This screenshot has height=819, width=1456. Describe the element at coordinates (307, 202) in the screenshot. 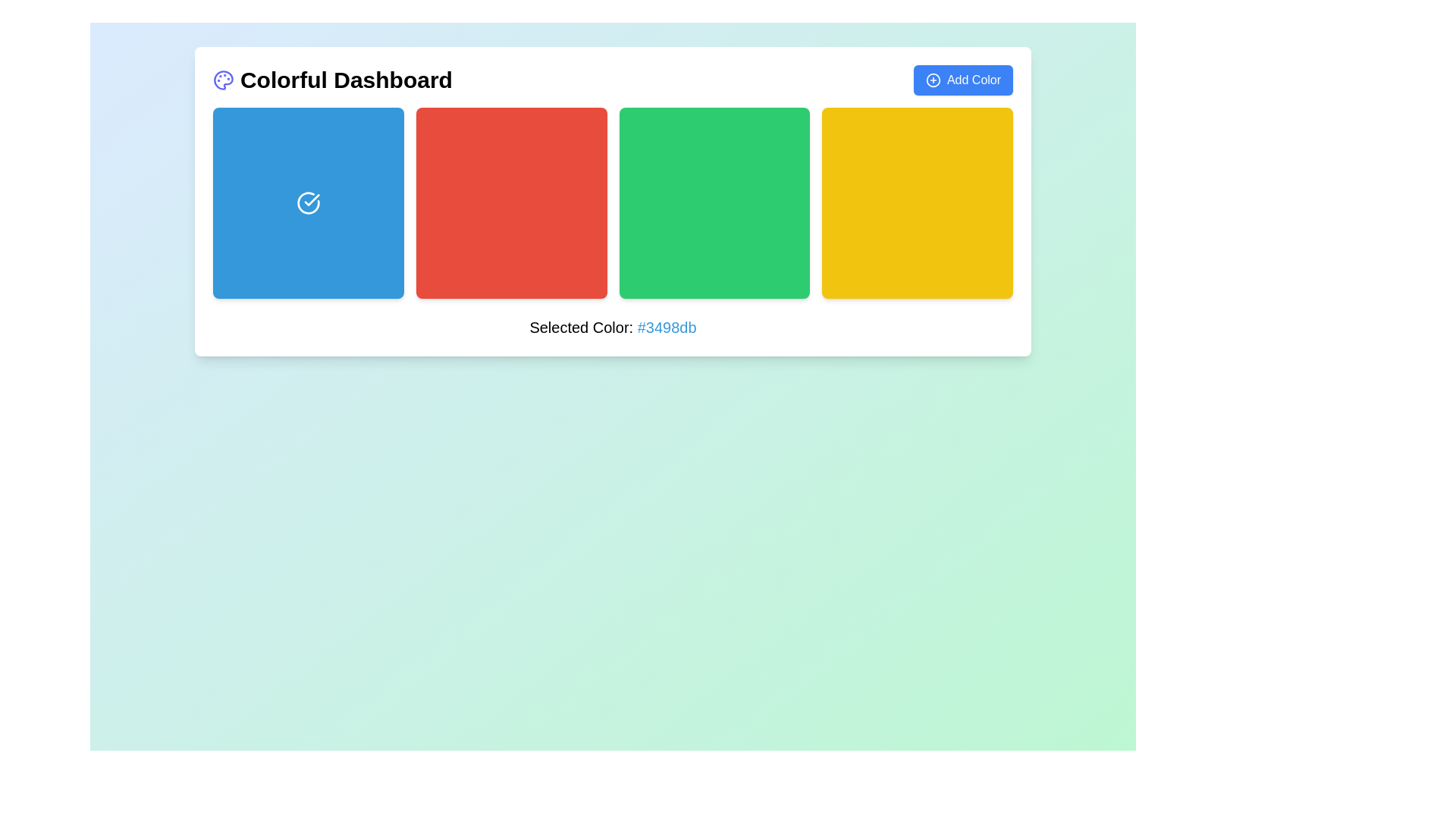

I see `the first colorful button in the top row of the dashboard` at that location.